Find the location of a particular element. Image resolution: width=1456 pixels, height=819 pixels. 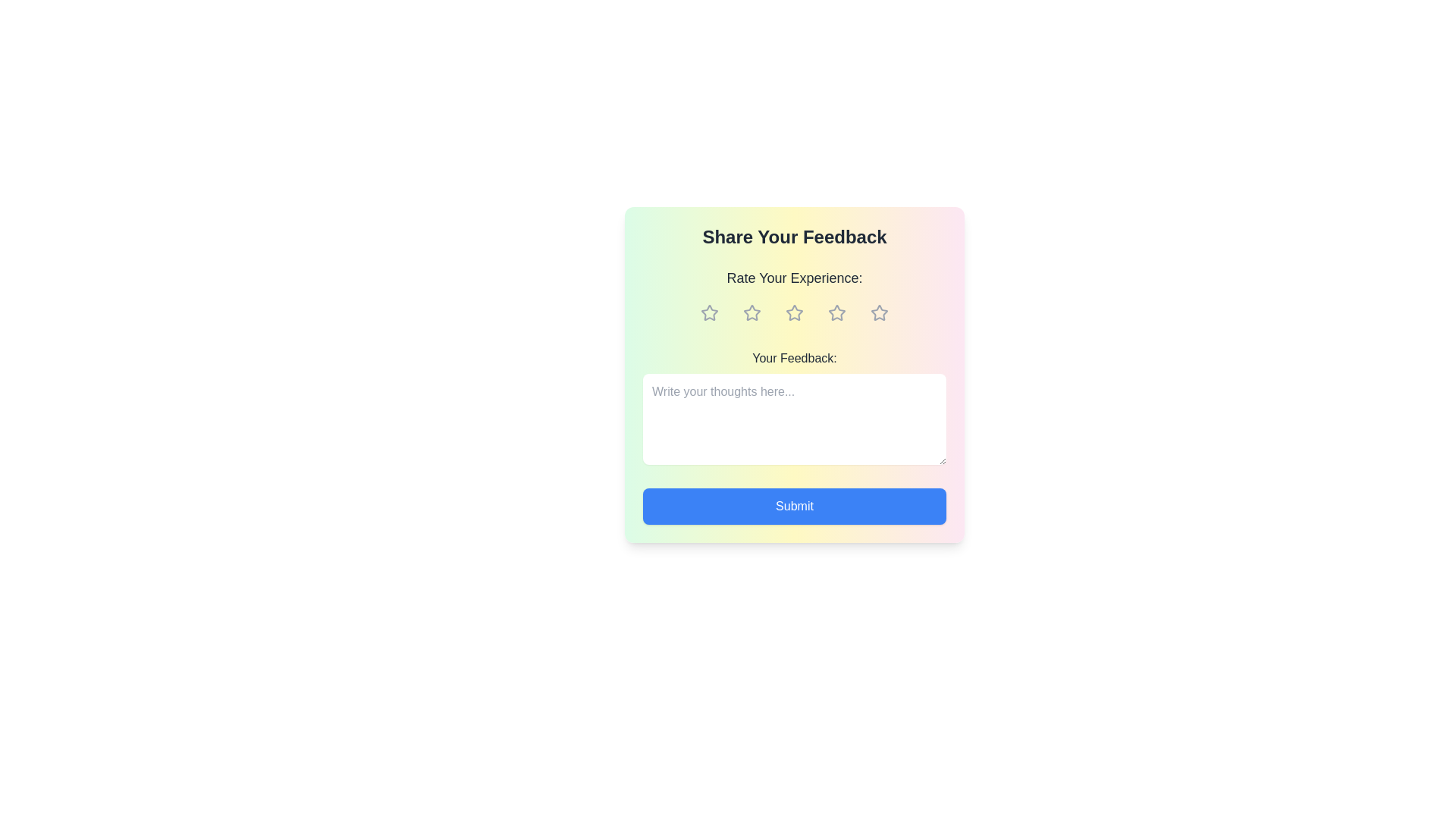

the fourth star icon in the five-star rating widget is located at coordinates (836, 312).